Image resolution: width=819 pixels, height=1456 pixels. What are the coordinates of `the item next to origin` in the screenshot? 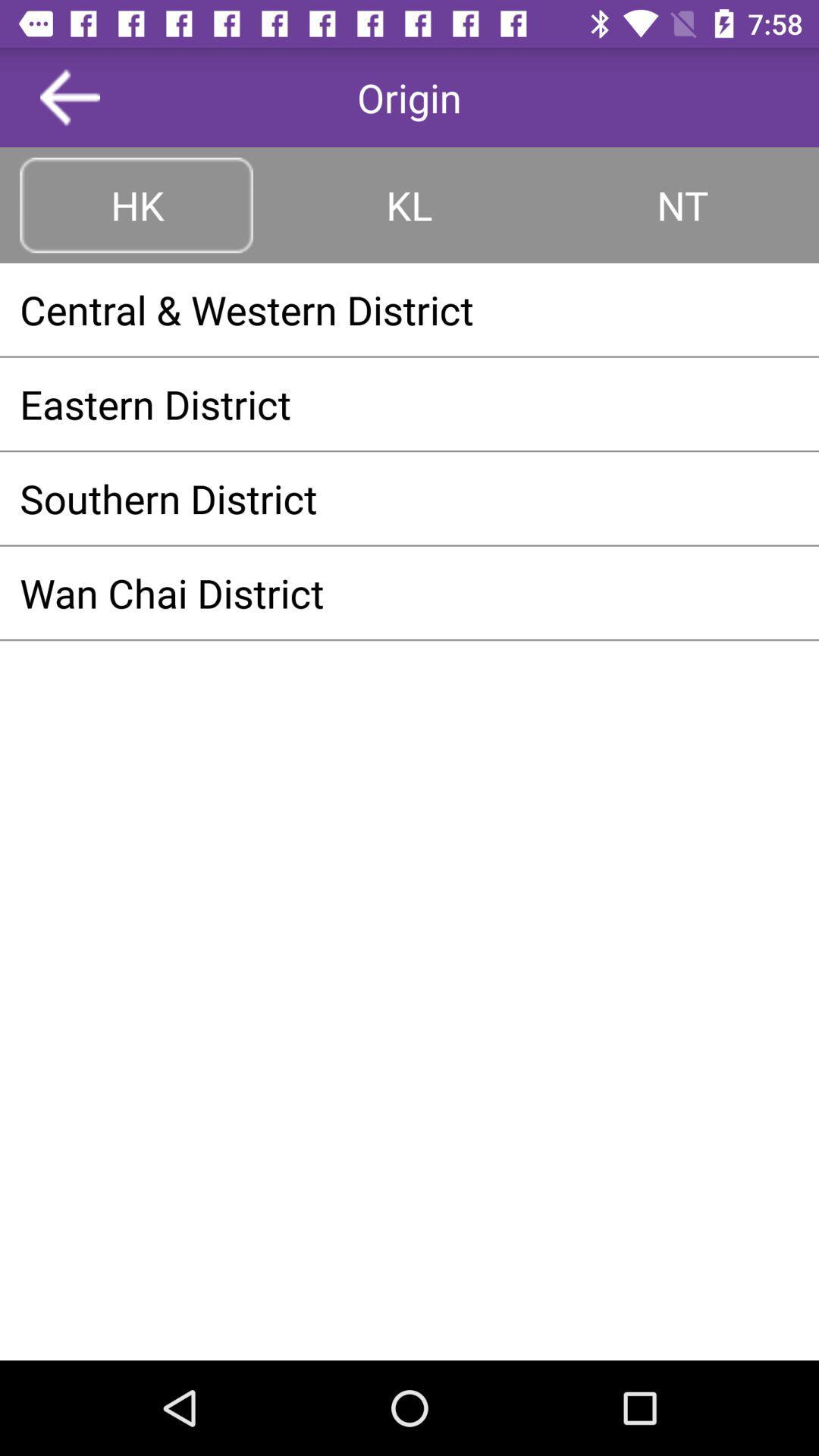 It's located at (70, 96).